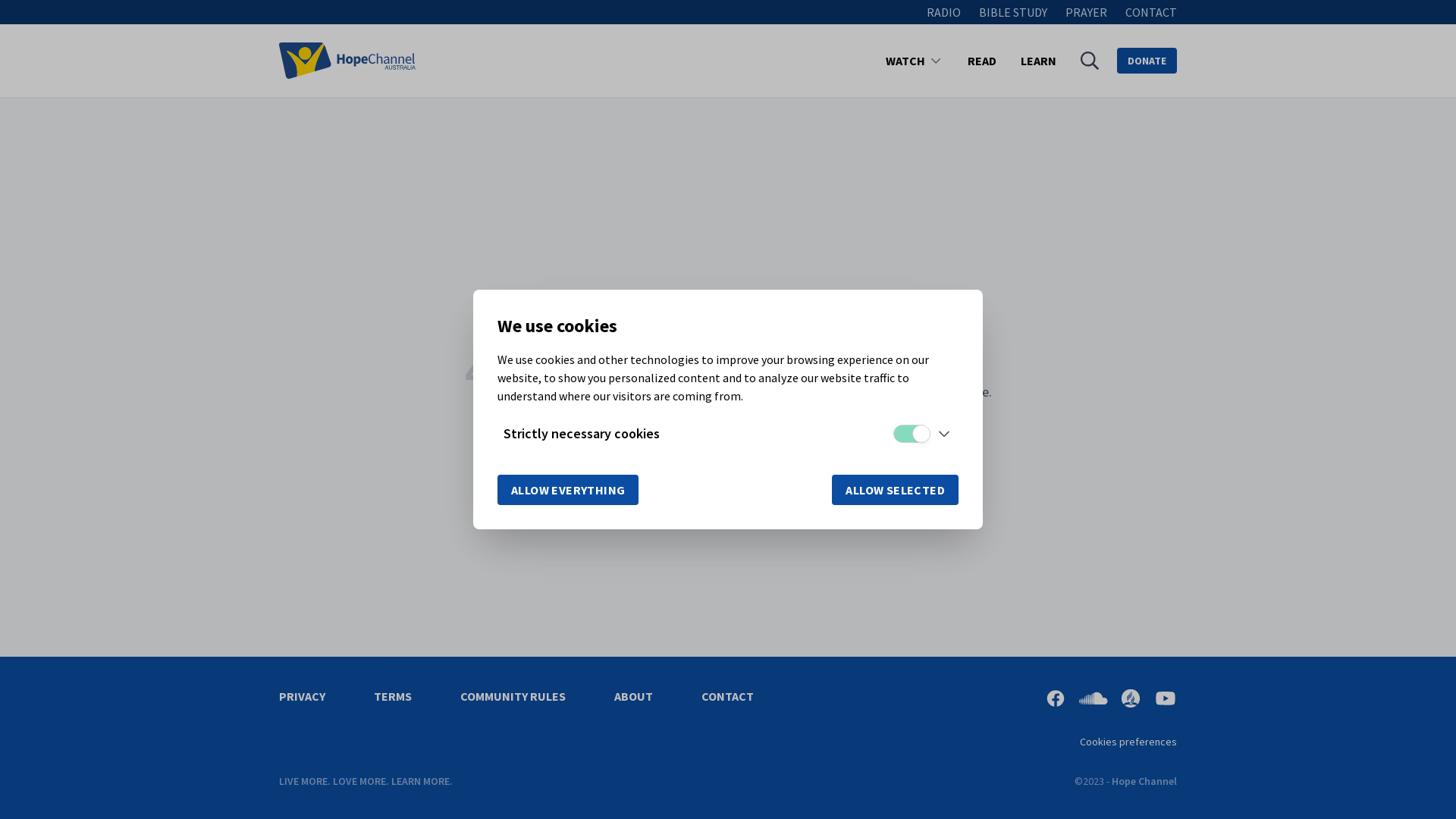 Image resolution: width=1456 pixels, height=819 pixels. What do you see at coordinates (393, 696) in the screenshot?
I see `'TERMS'` at bounding box center [393, 696].